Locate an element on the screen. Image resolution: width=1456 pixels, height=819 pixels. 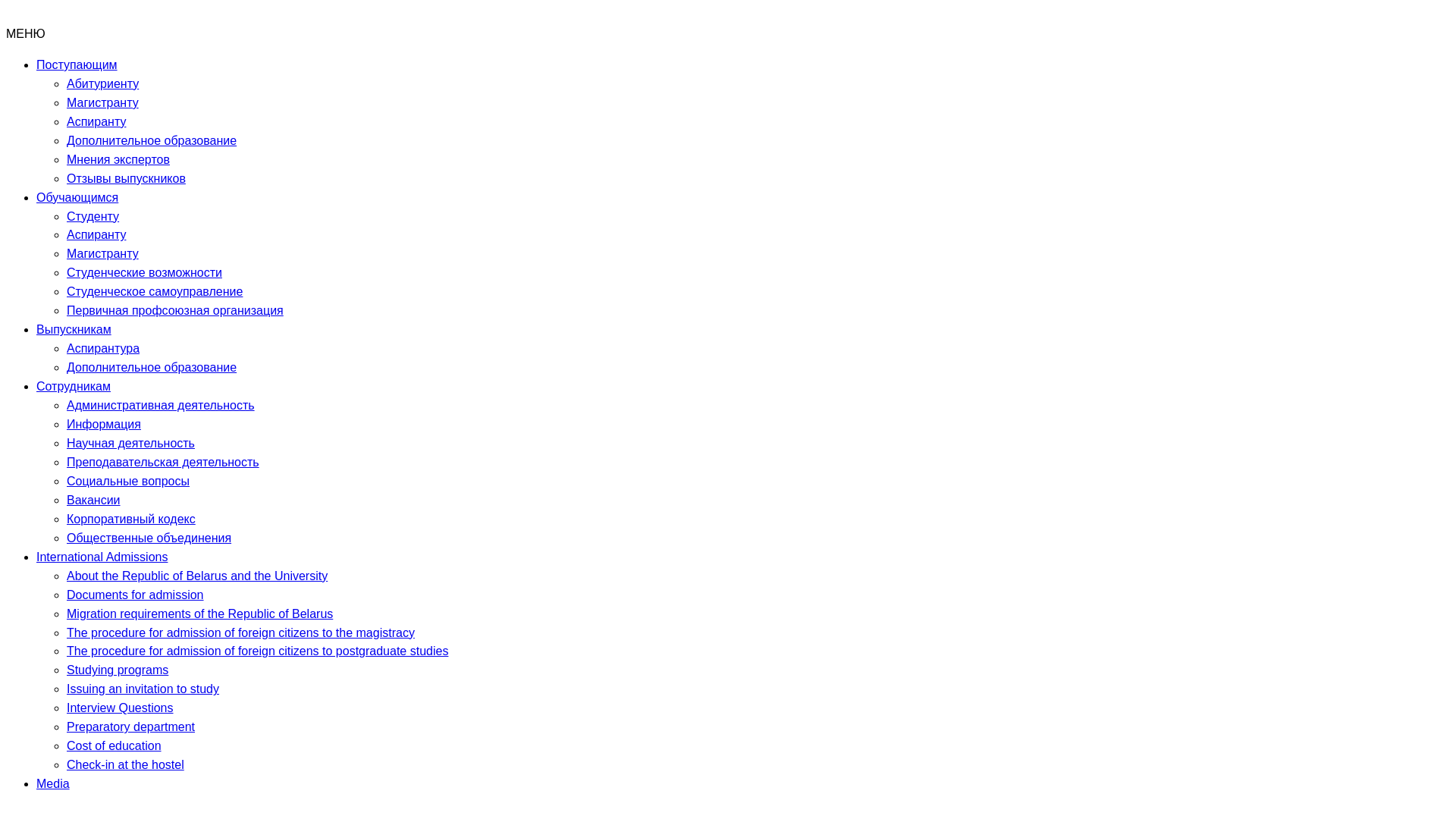
'Documents for admission' is located at coordinates (135, 594).